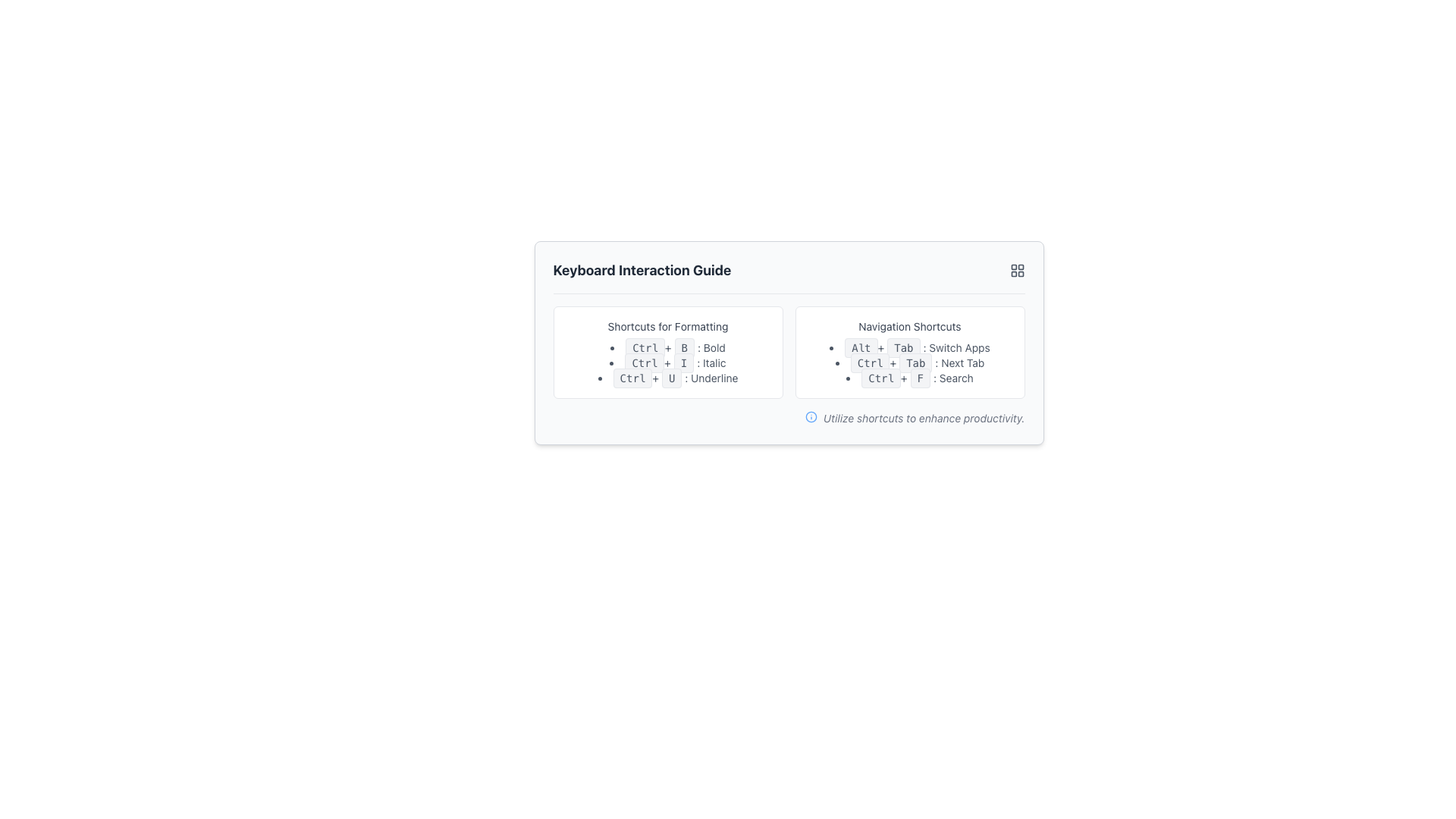 This screenshot has height=819, width=1456. I want to click on the non-interactive label representing the 'Ctrl' key, which is part of the 'Navigation Shortcuts' section, indicating its role in the keyboard shortcut 'Ctrl+Tab: Next Tab', so click(870, 362).